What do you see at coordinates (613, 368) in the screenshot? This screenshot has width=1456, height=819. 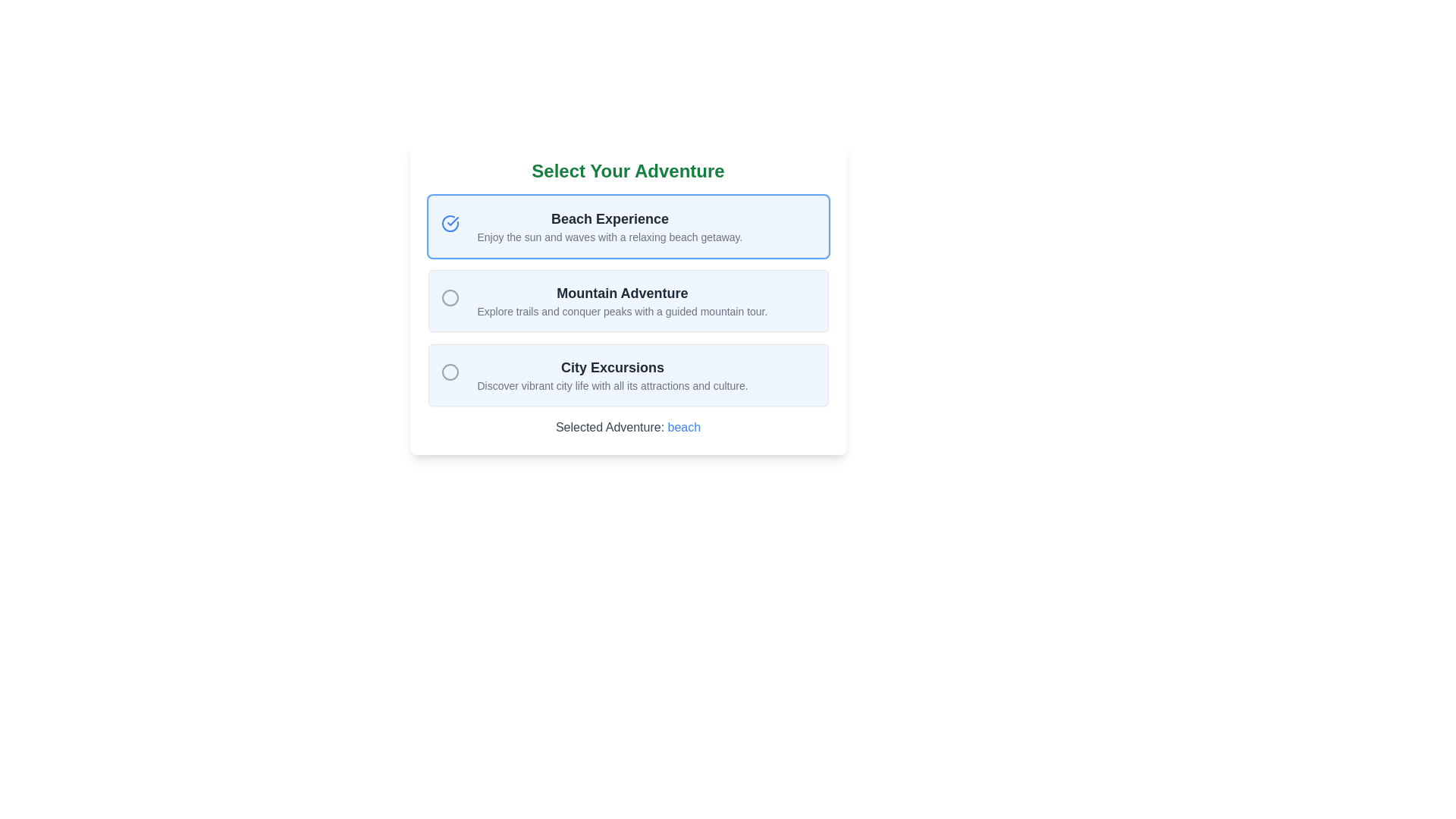 I see `the 'City Excursions' label, which is a bold, dark gray text component styled with a larger font size, located above the descriptive text in the bottommost selection option of the list` at bounding box center [613, 368].